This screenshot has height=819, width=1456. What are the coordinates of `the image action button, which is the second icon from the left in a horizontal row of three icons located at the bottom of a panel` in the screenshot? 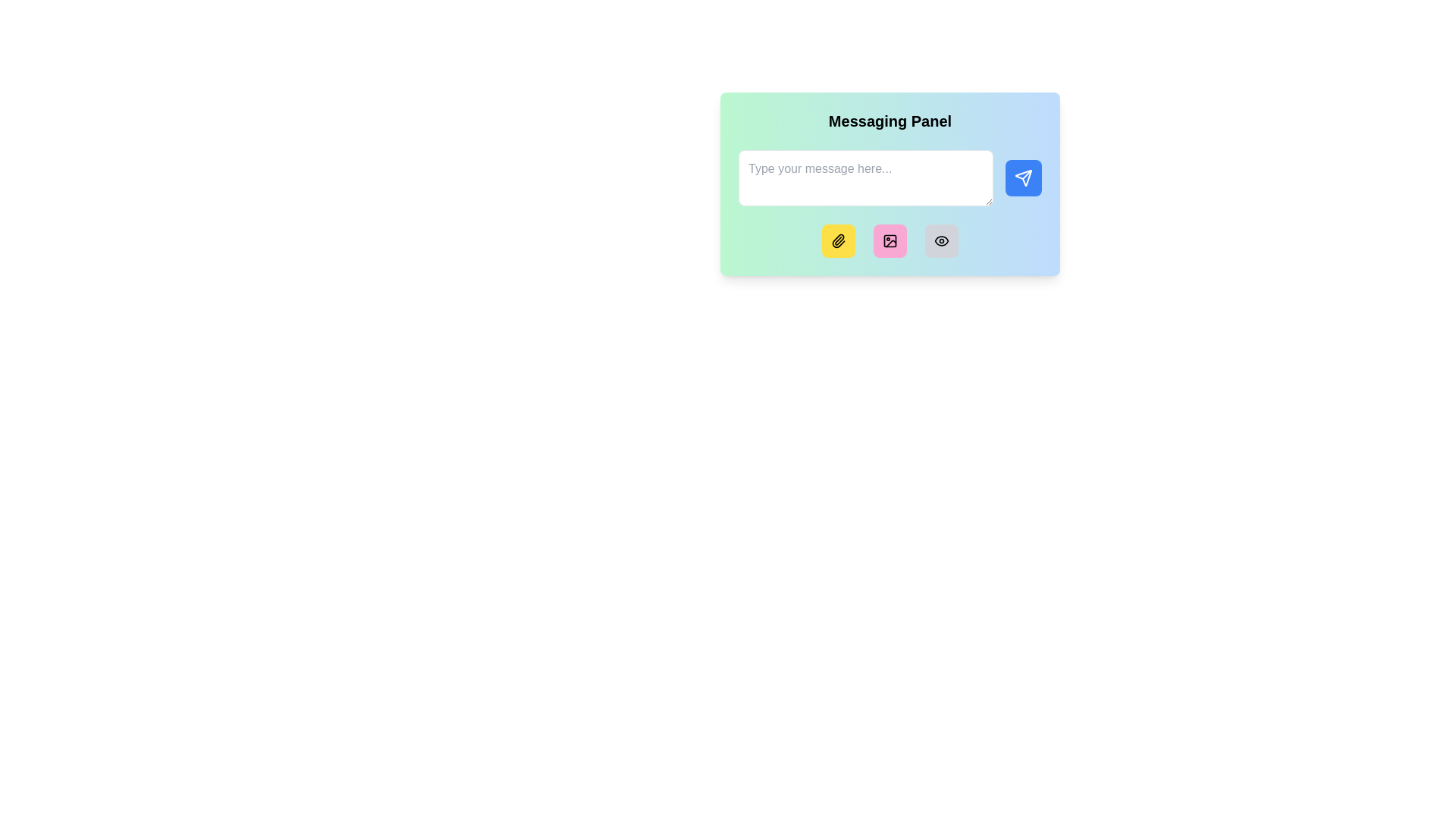 It's located at (890, 240).